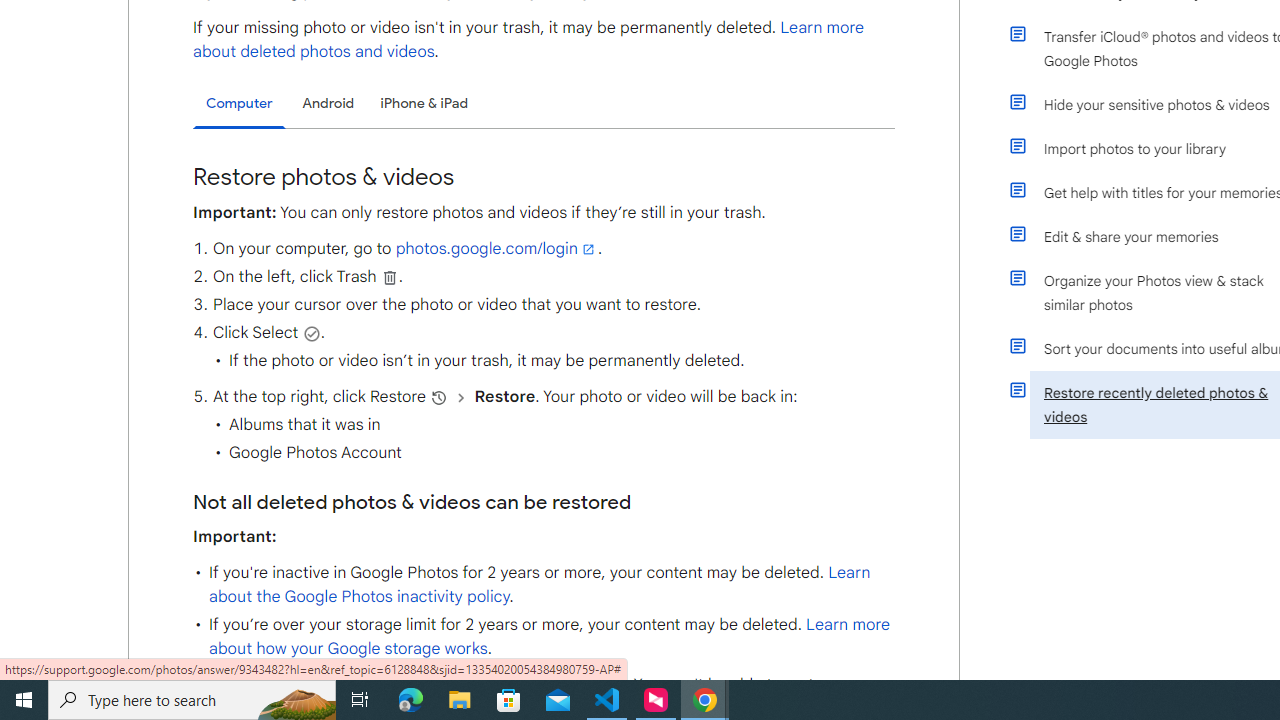 The image size is (1280, 720). I want to click on 'Android', so click(328, 103).